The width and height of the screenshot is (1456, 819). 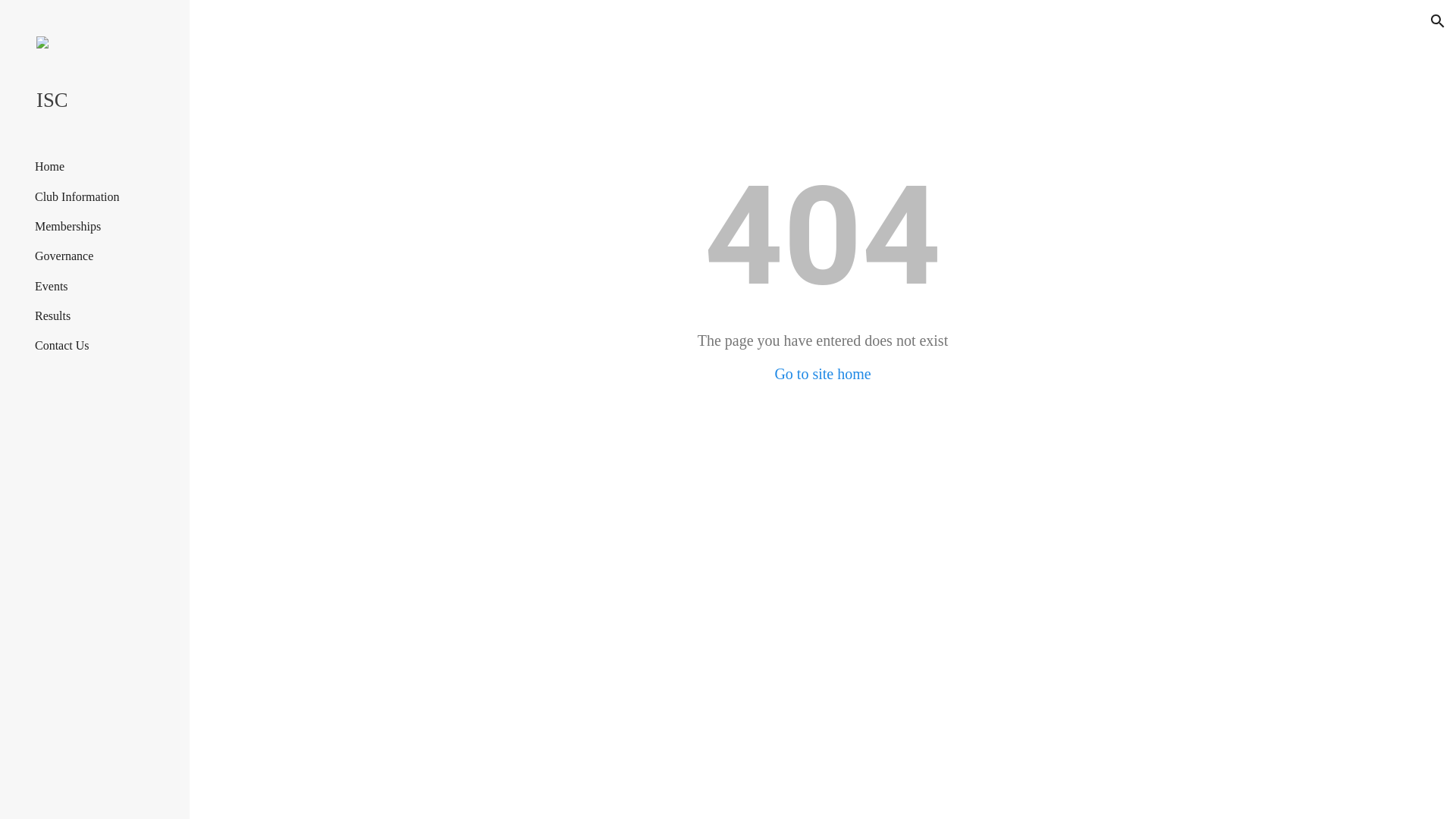 What do you see at coordinates (49, 166) in the screenshot?
I see `'Home'` at bounding box center [49, 166].